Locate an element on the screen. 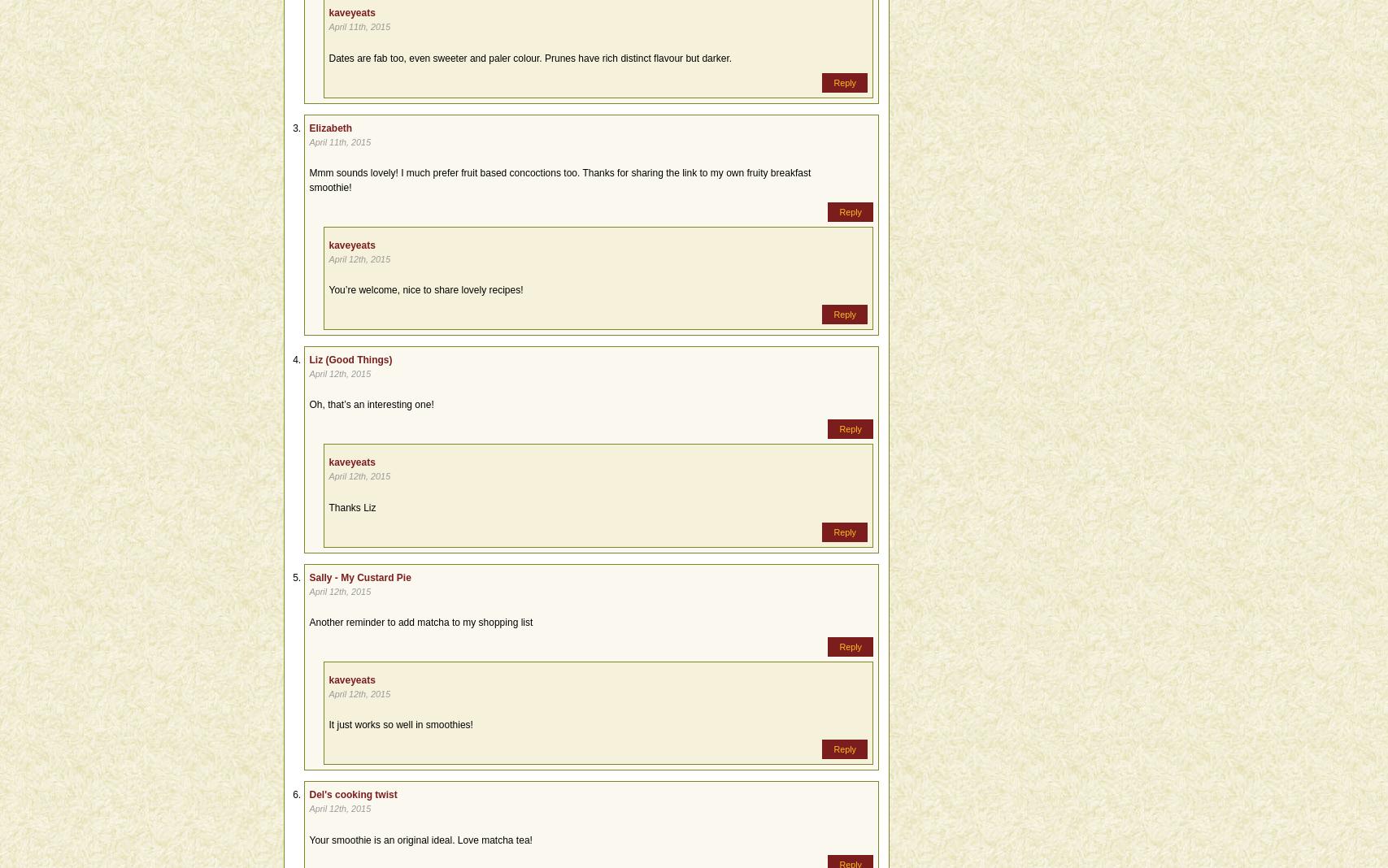 The width and height of the screenshot is (1388, 868). 'Del's cooking twist' is located at coordinates (308, 794).